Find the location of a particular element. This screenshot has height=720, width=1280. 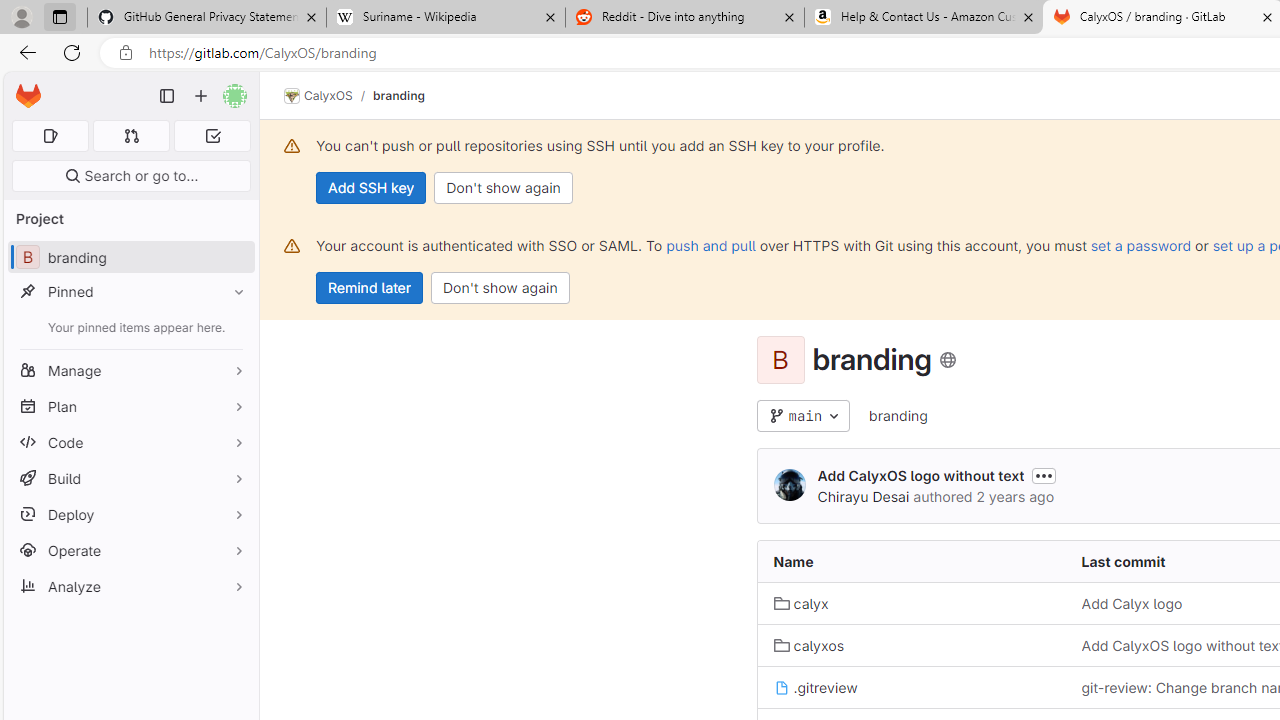

'calyx' is located at coordinates (801, 602).